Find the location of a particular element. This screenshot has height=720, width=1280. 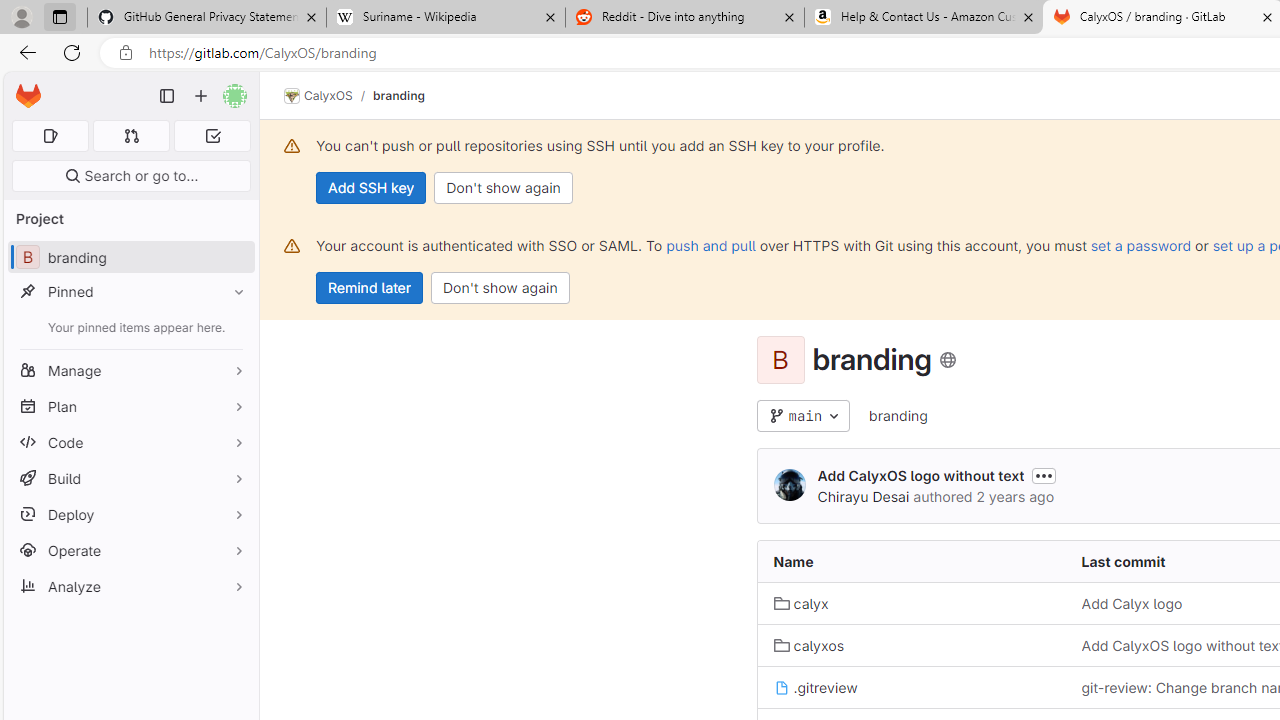

'calyx' is located at coordinates (801, 602).